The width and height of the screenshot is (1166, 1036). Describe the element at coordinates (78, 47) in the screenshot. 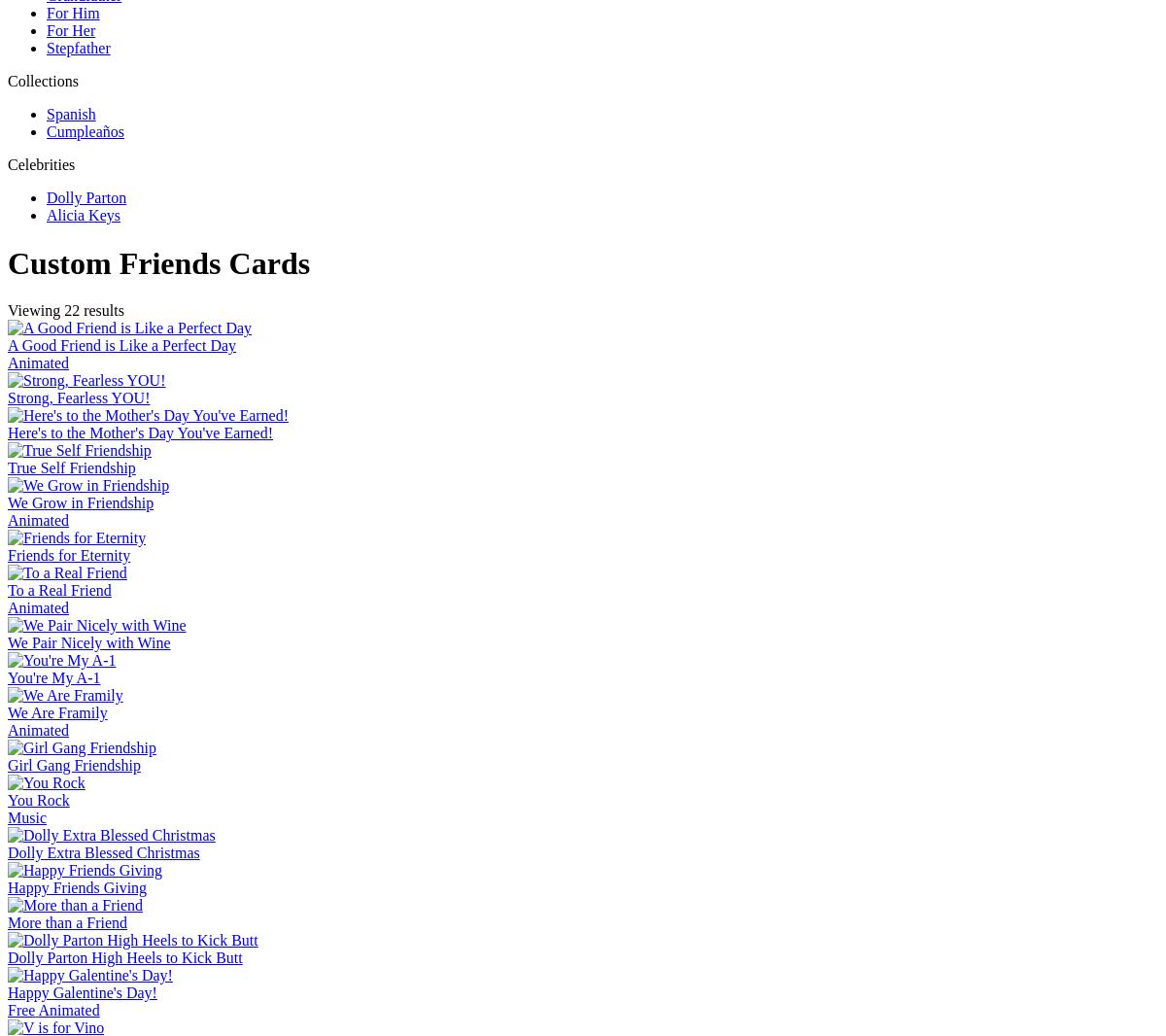

I see `'Stepfather'` at that location.